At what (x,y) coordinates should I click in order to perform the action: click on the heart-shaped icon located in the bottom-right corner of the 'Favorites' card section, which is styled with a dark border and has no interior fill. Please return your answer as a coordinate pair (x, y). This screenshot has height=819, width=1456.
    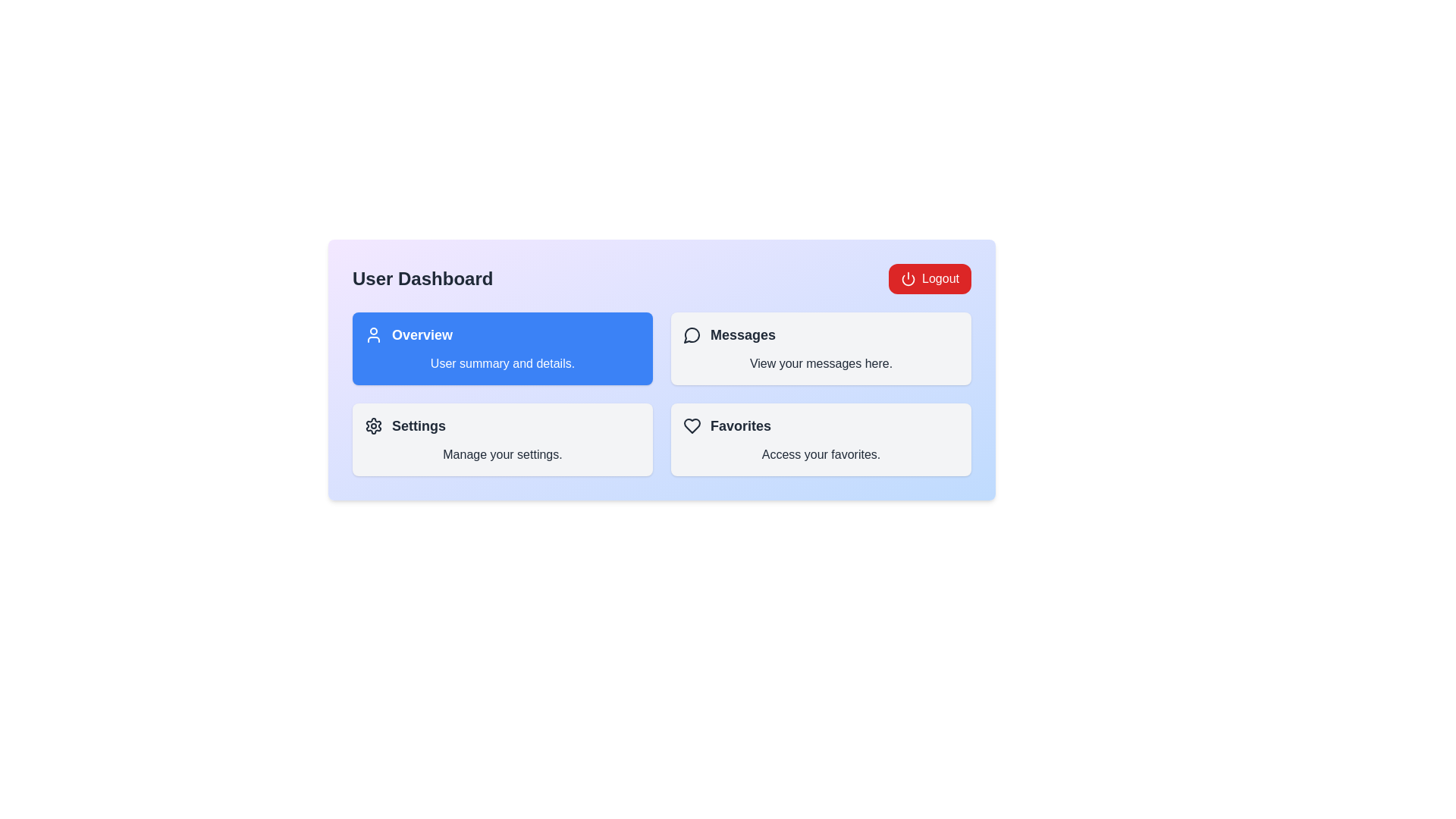
    Looking at the image, I should click on (691, 426).